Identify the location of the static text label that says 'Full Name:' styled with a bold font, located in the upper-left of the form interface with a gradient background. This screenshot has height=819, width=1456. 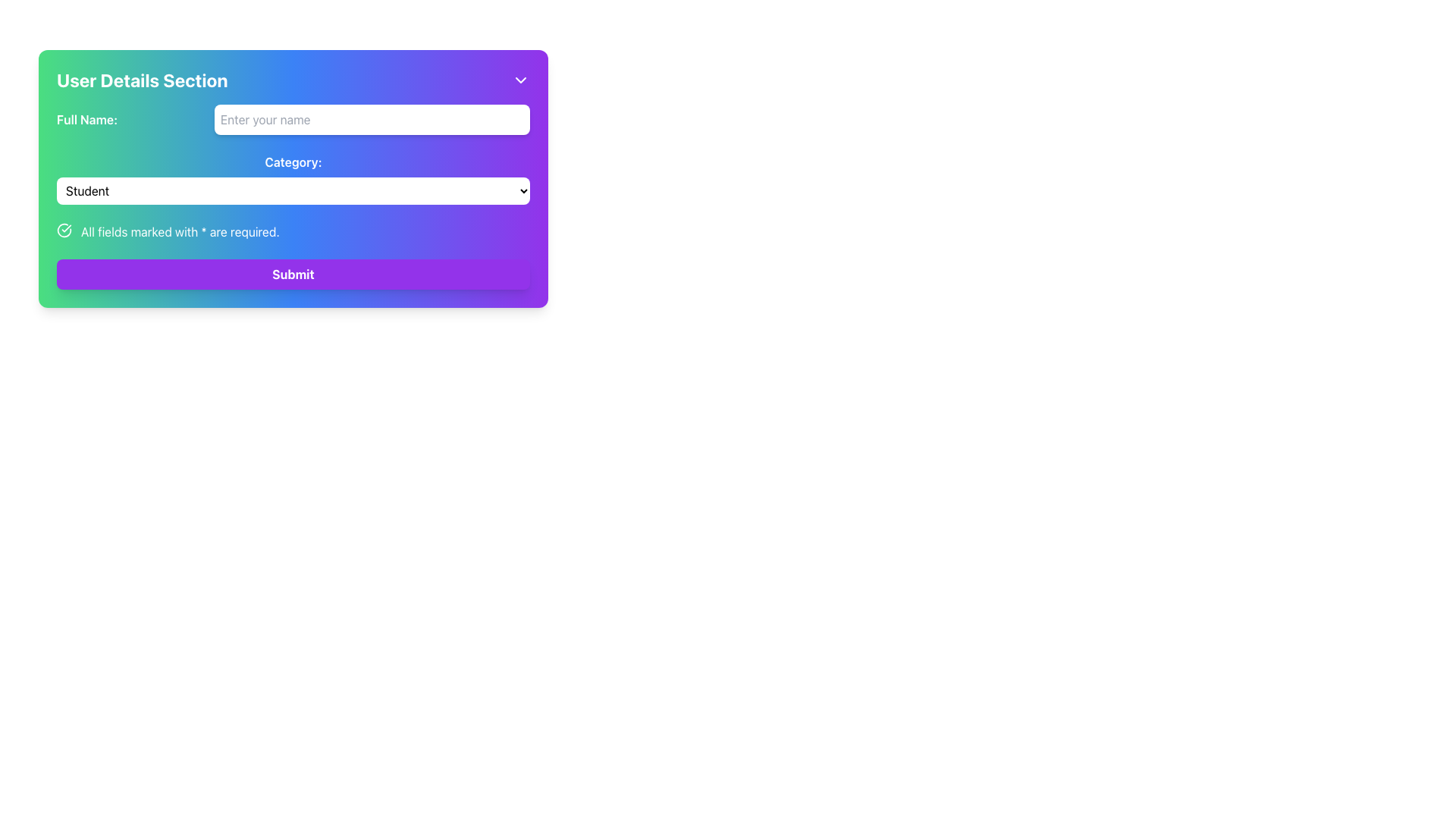
(86, 119).